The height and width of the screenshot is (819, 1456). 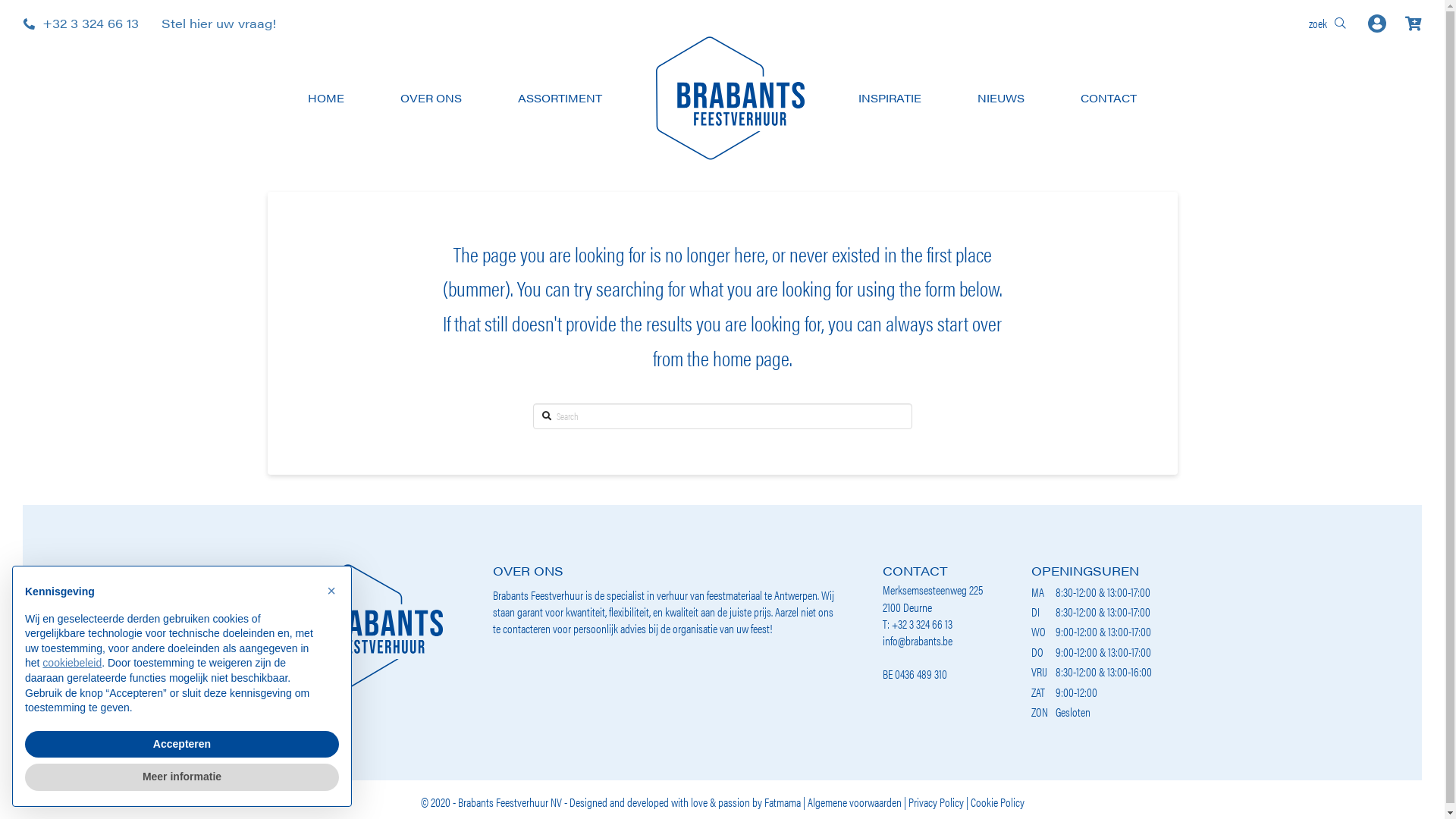 What do you see at coordinates (1001, 97) in the screenshot?
I see `'NIEUWS'` at bounding box center [1001, 97].